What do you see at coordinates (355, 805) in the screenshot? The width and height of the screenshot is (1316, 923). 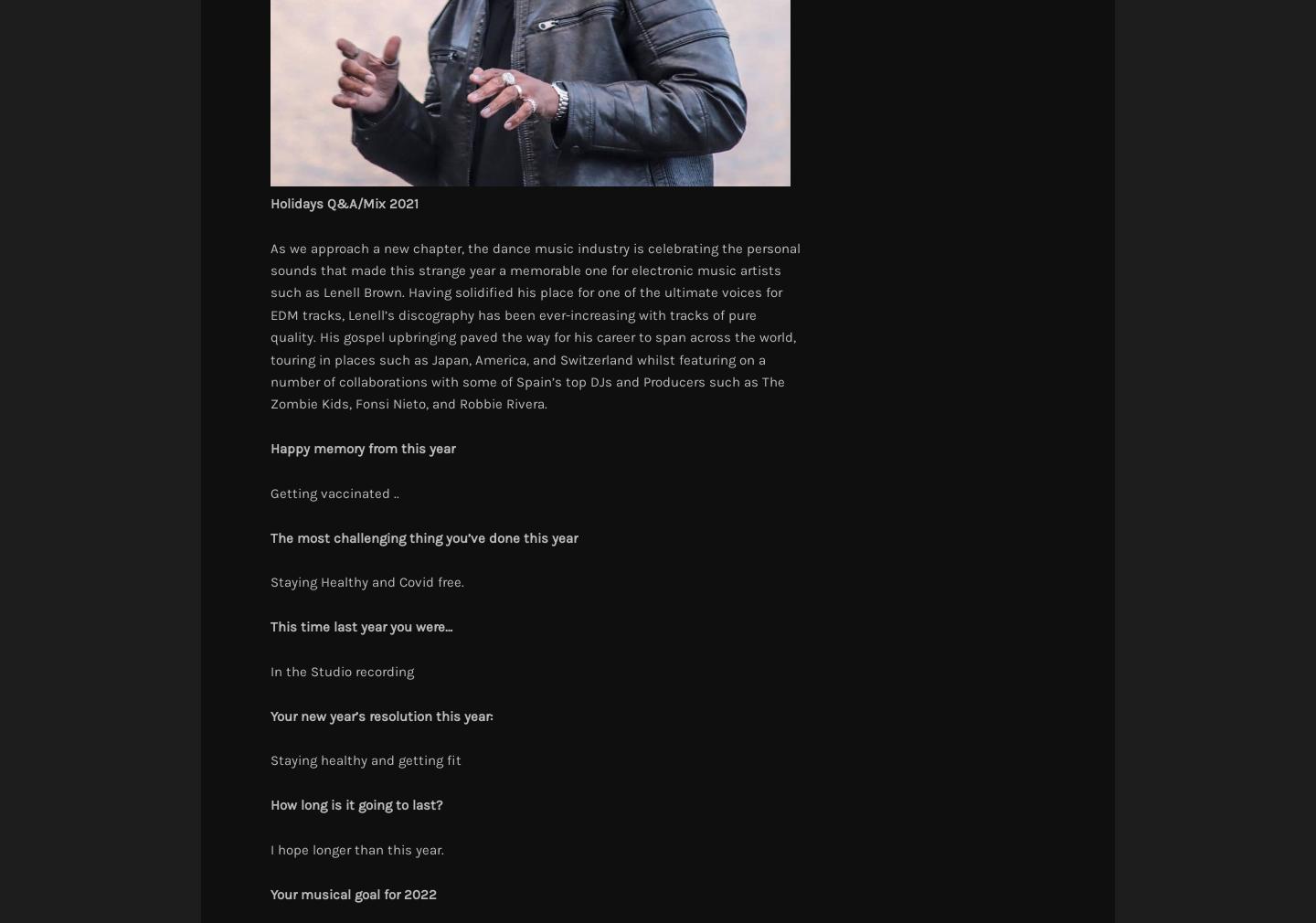 I see `'How long is it going to last?'` at bounding box center [355, 805].